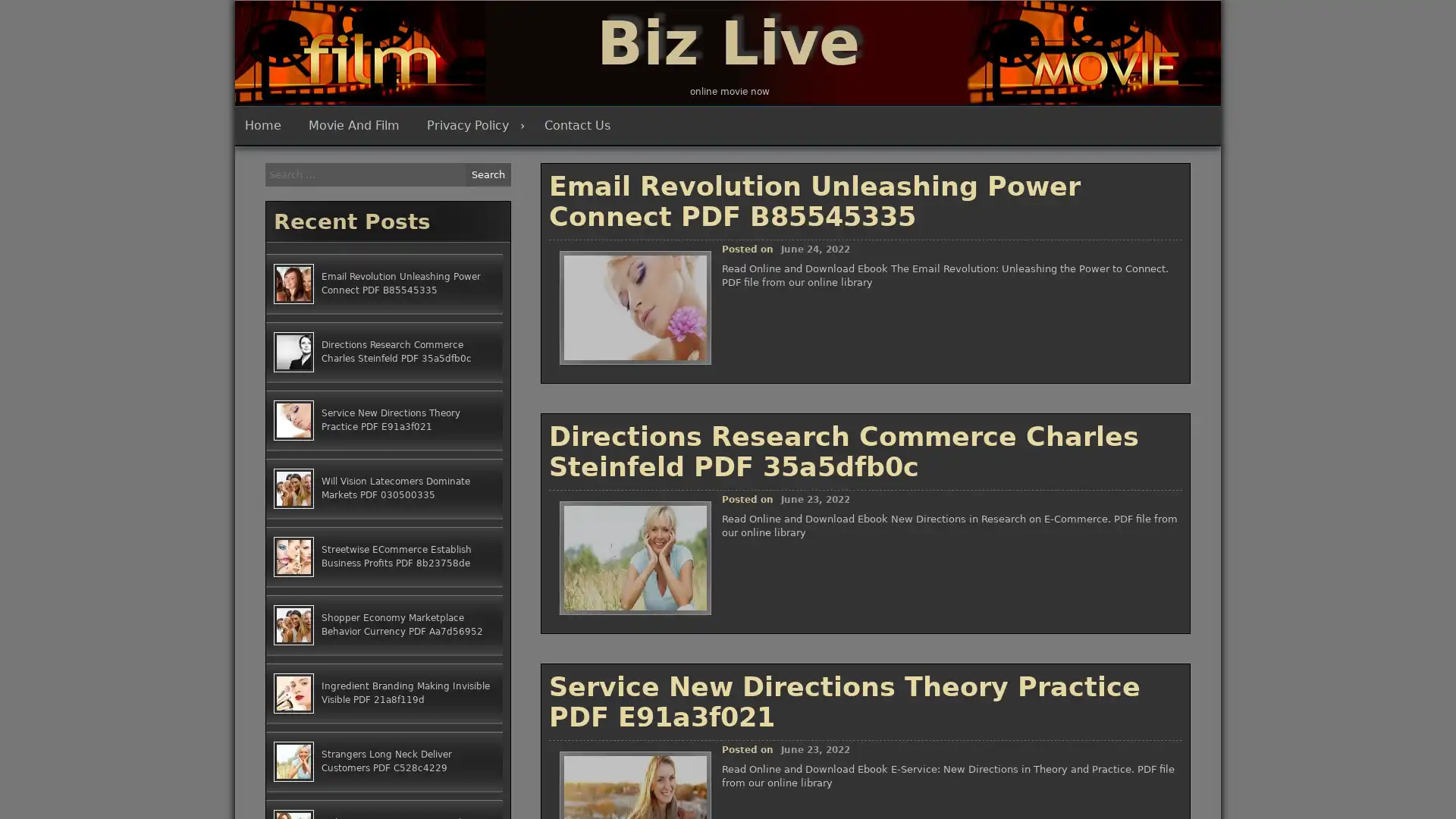 The height and width of the screenshot is (819, 1456). What do you see at coordinates (488, 174) in the screenshot?
I see `Search` at bounding box center [488, 174].